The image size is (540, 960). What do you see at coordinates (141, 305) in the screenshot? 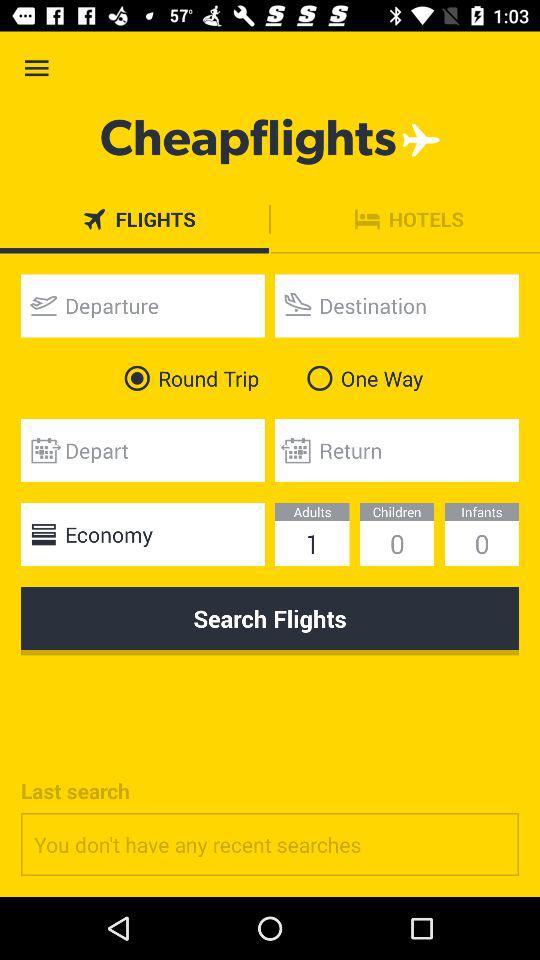
I see `set your departure location` at bounding box center [141, 305].